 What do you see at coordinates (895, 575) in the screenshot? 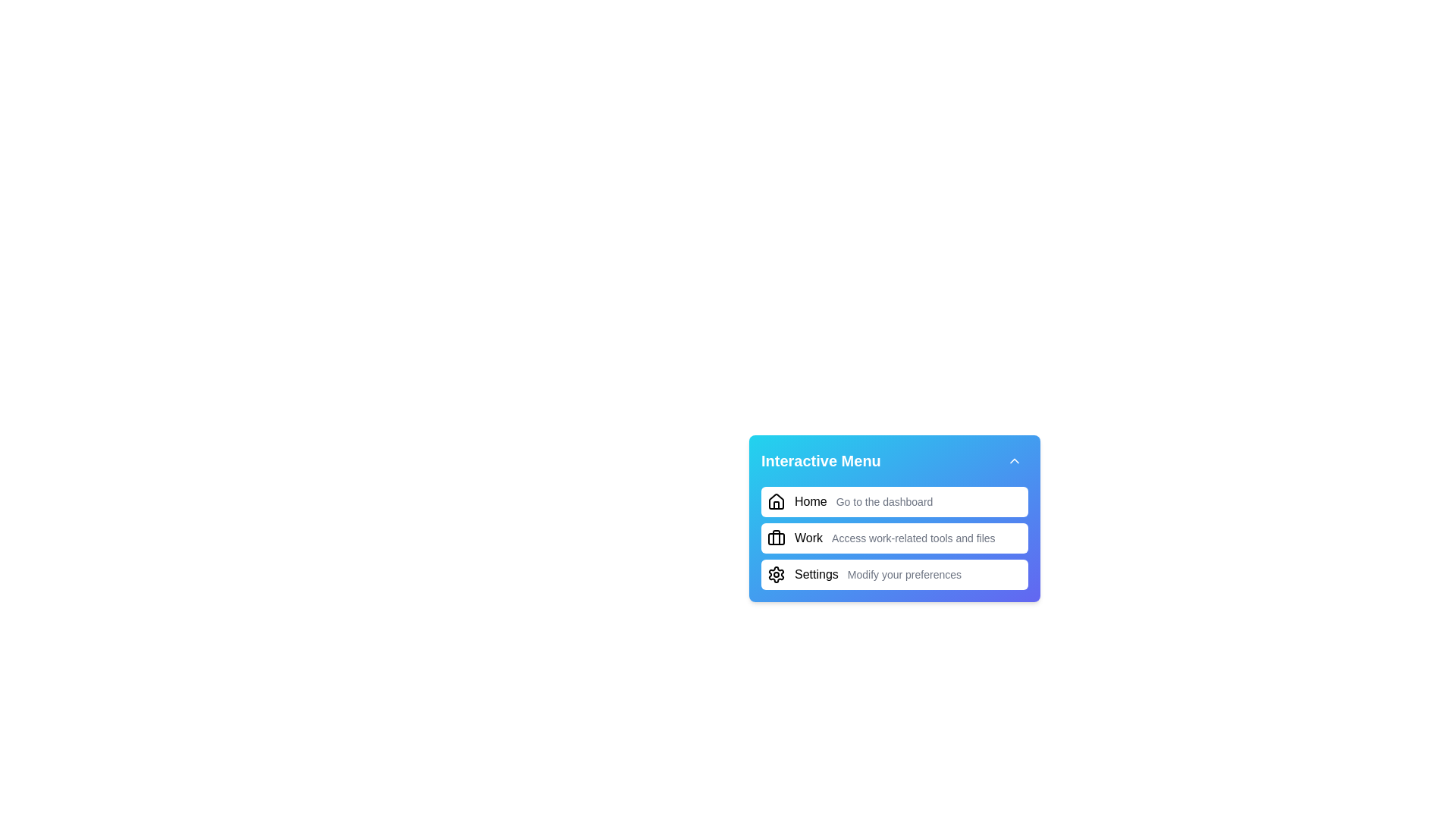
I see `the 'Settings' menu item, which features a gear icon on the left and text aligned to the right` at bounding box center [895, 575].